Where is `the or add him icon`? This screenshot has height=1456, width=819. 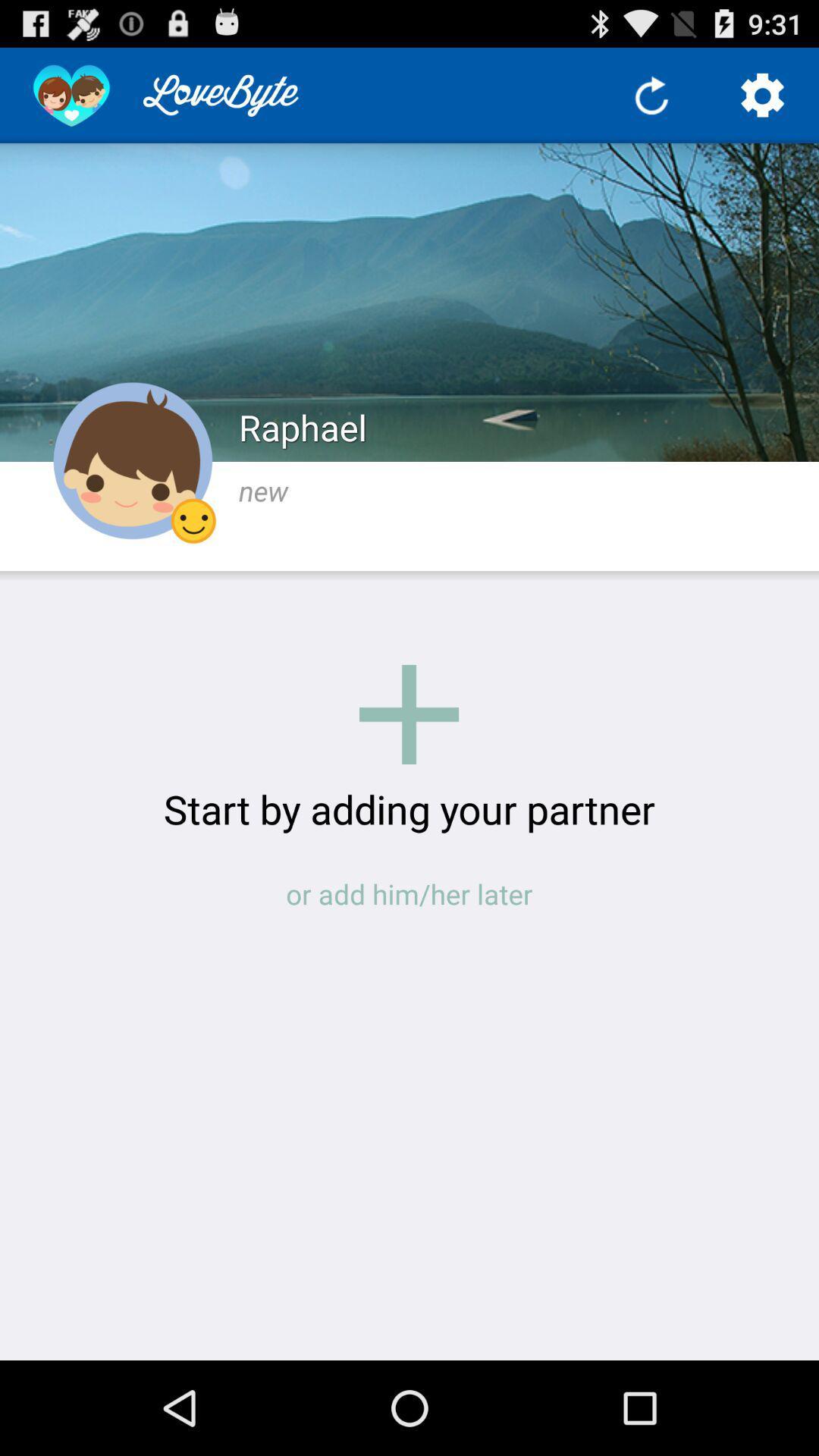
the or add him icon is located at coordinates (409, 894).